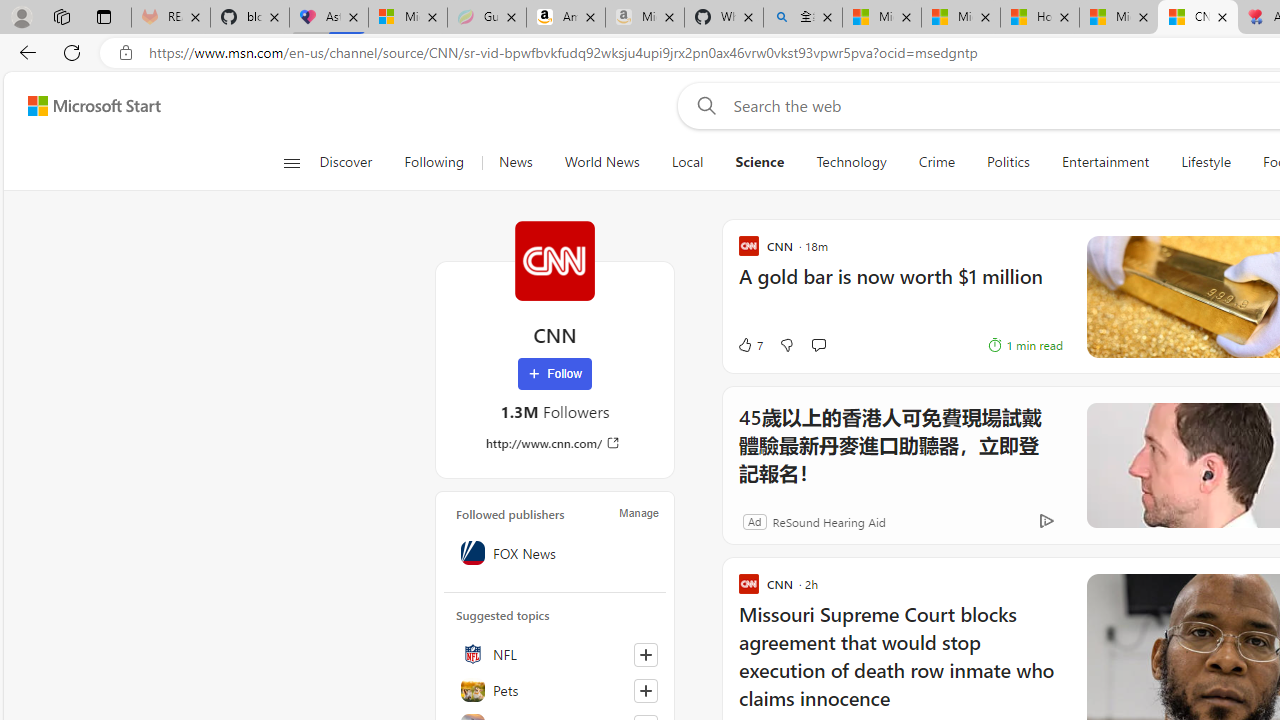 The width and height of the screenshot is (1280, 720). Describe the element at coordinates (515, 162) in the screenshot. I see `'News'` at that location.